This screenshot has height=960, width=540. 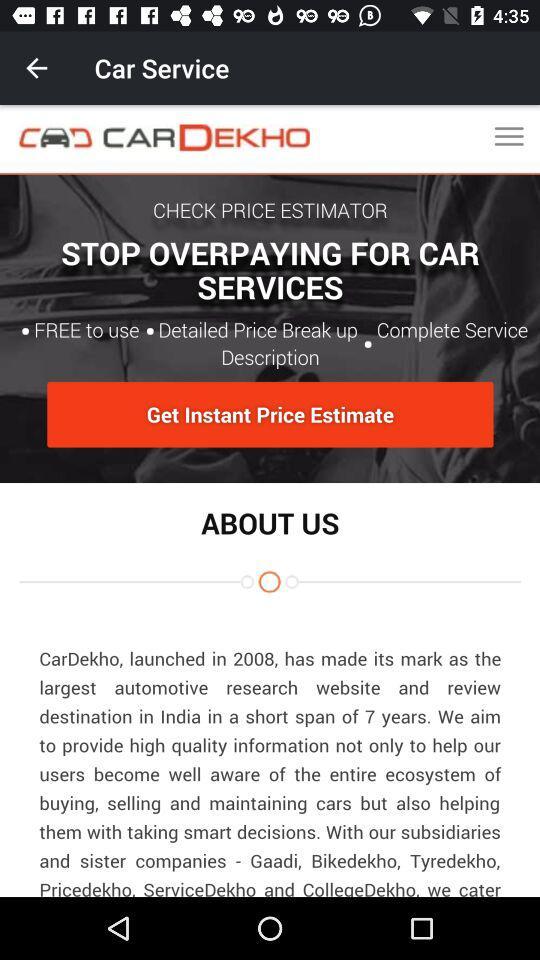 I want to click on go back, so click(x=36, y=68).